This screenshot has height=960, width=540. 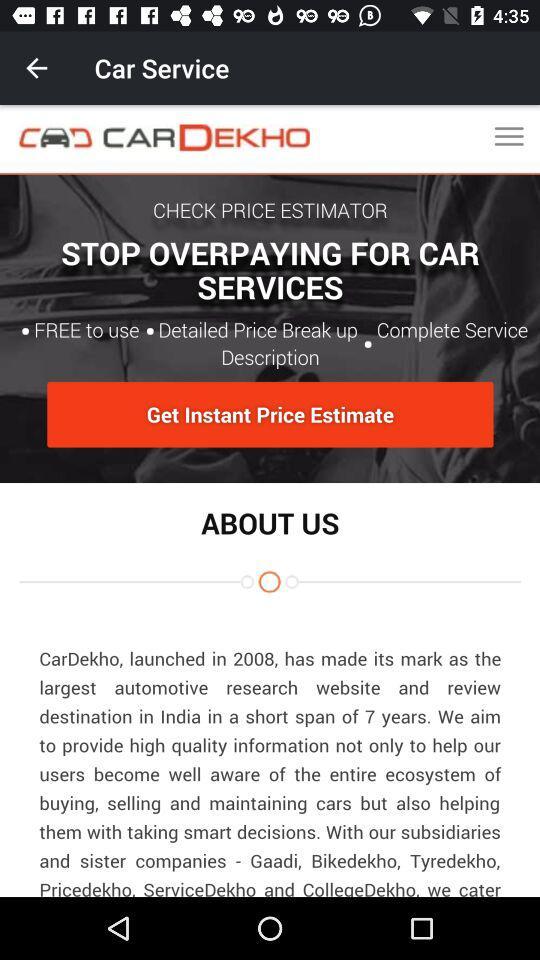 I want to click on go back, so click(x=36, y=68).